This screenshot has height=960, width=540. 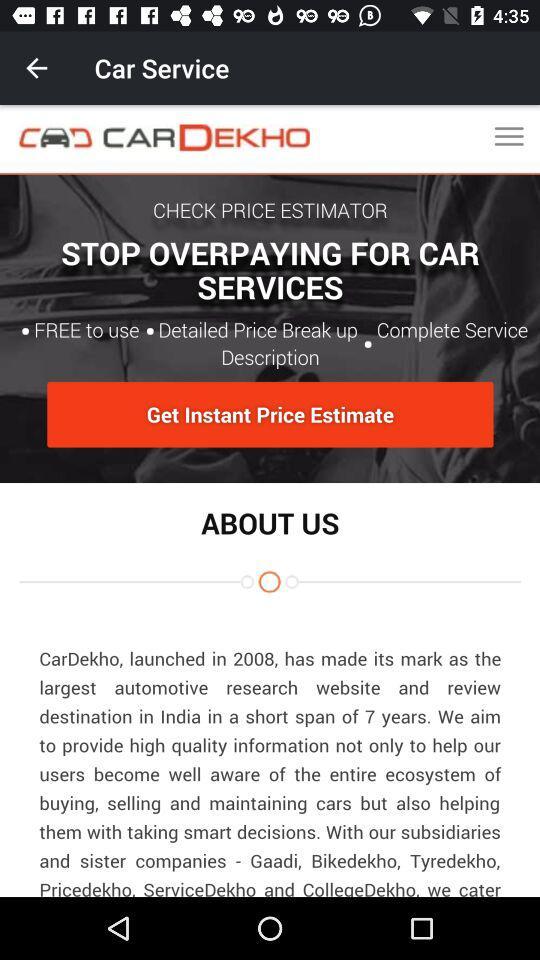 I want to click on go back, so click(x=36, y=68).